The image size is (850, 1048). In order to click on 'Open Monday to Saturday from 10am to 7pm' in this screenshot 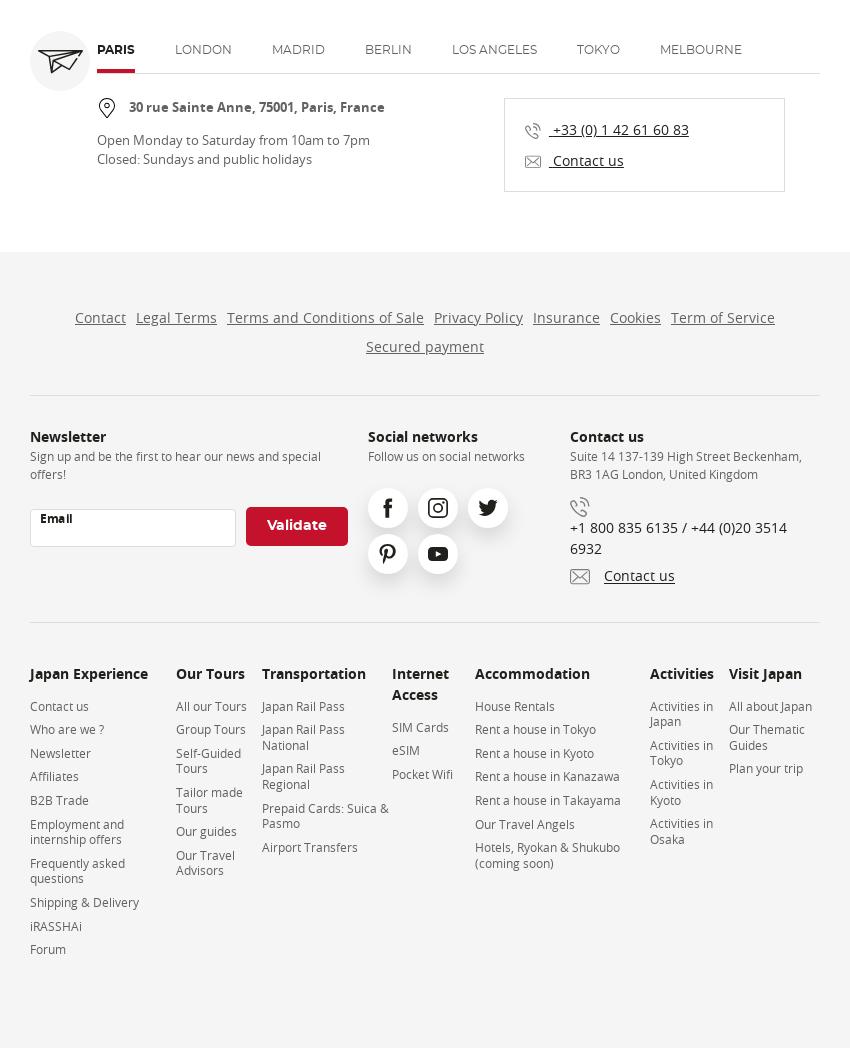, I will do `click(233, 139)`.